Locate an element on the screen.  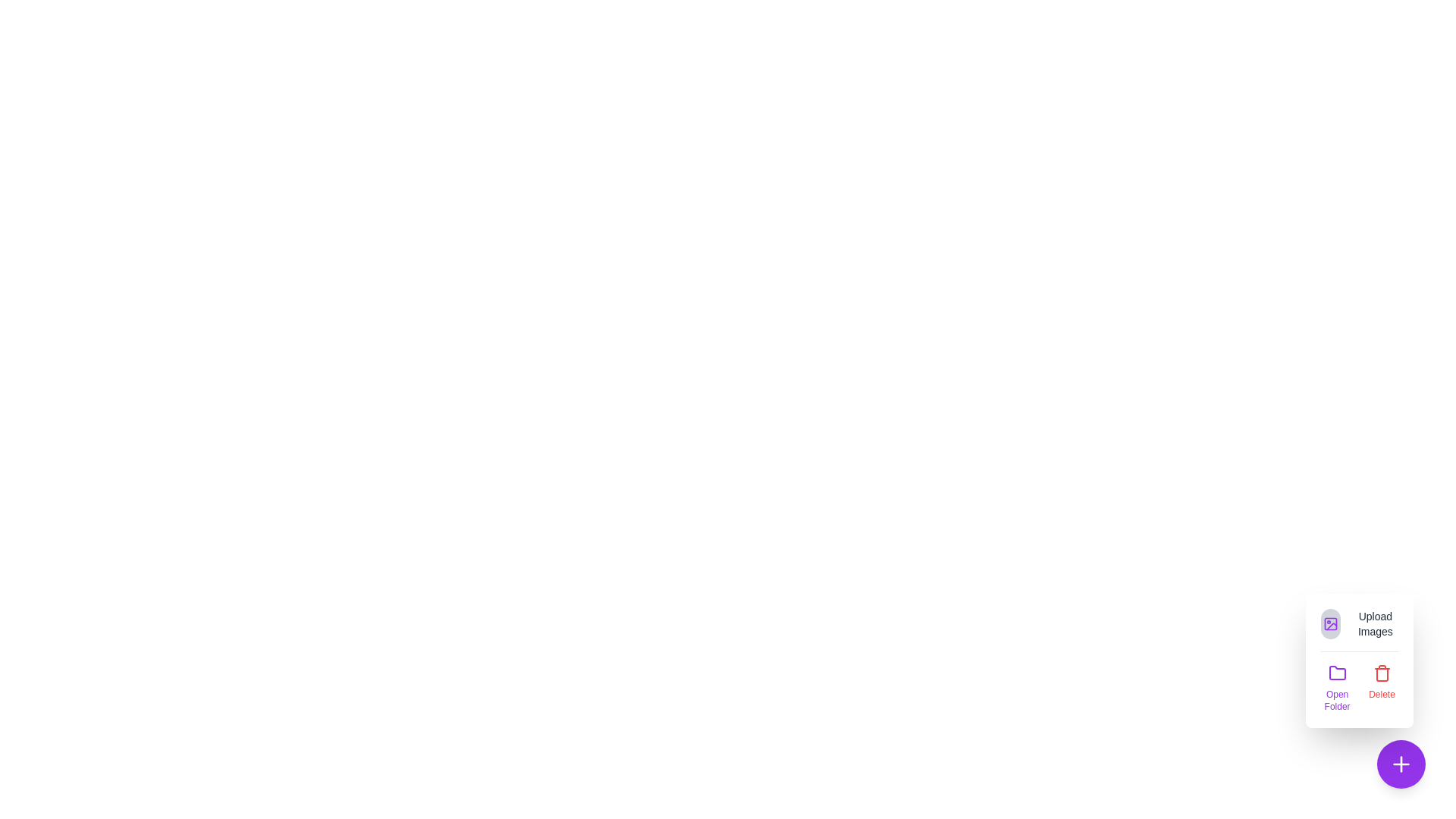
the 'Upload Images' button located in the top-left section of the grouped panel to initiate the upload process is located at coordinates (1360, 623).